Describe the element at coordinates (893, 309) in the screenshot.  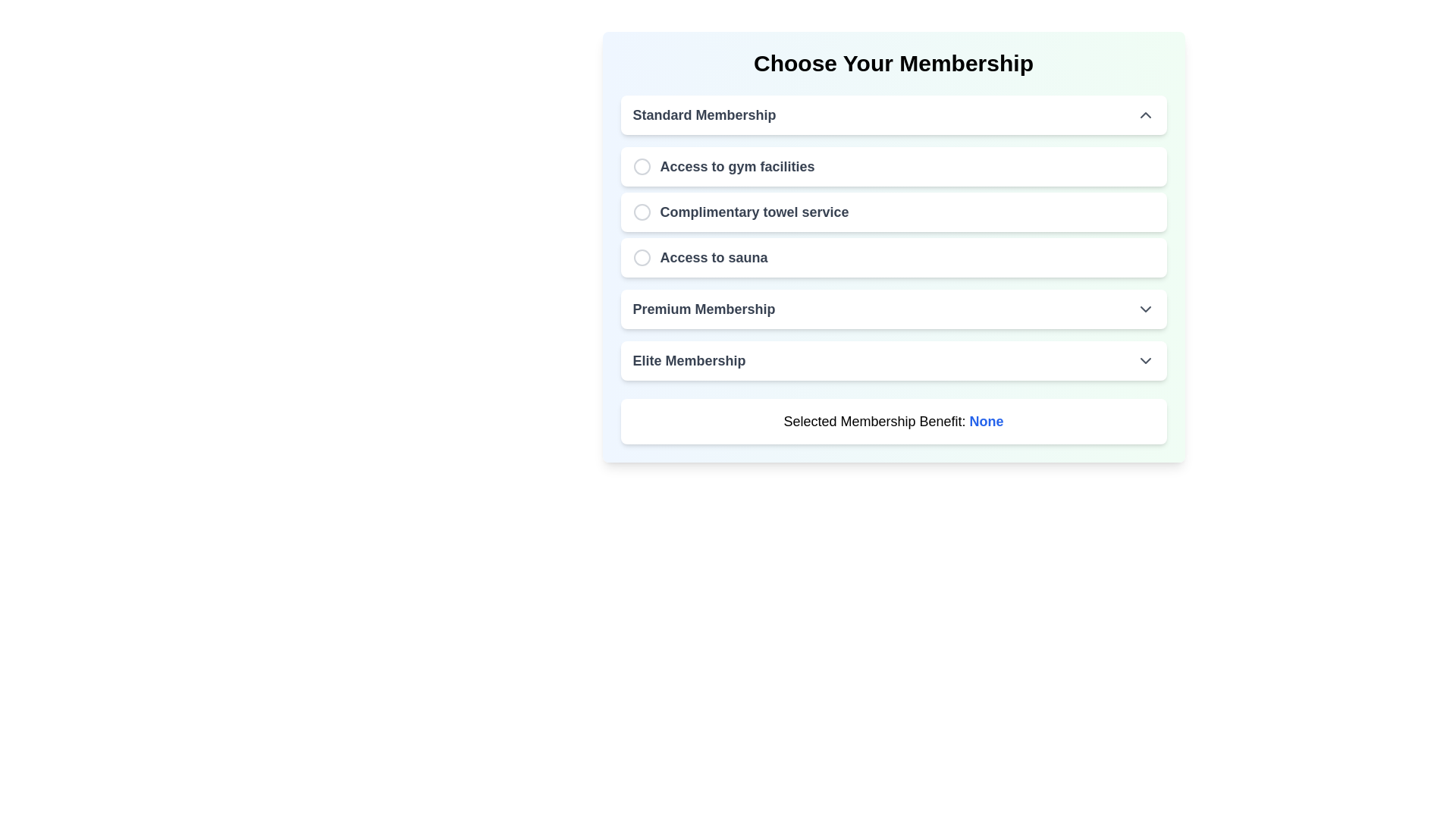
I see `the 'Premium Membership' button-like interactive list item` at that location.